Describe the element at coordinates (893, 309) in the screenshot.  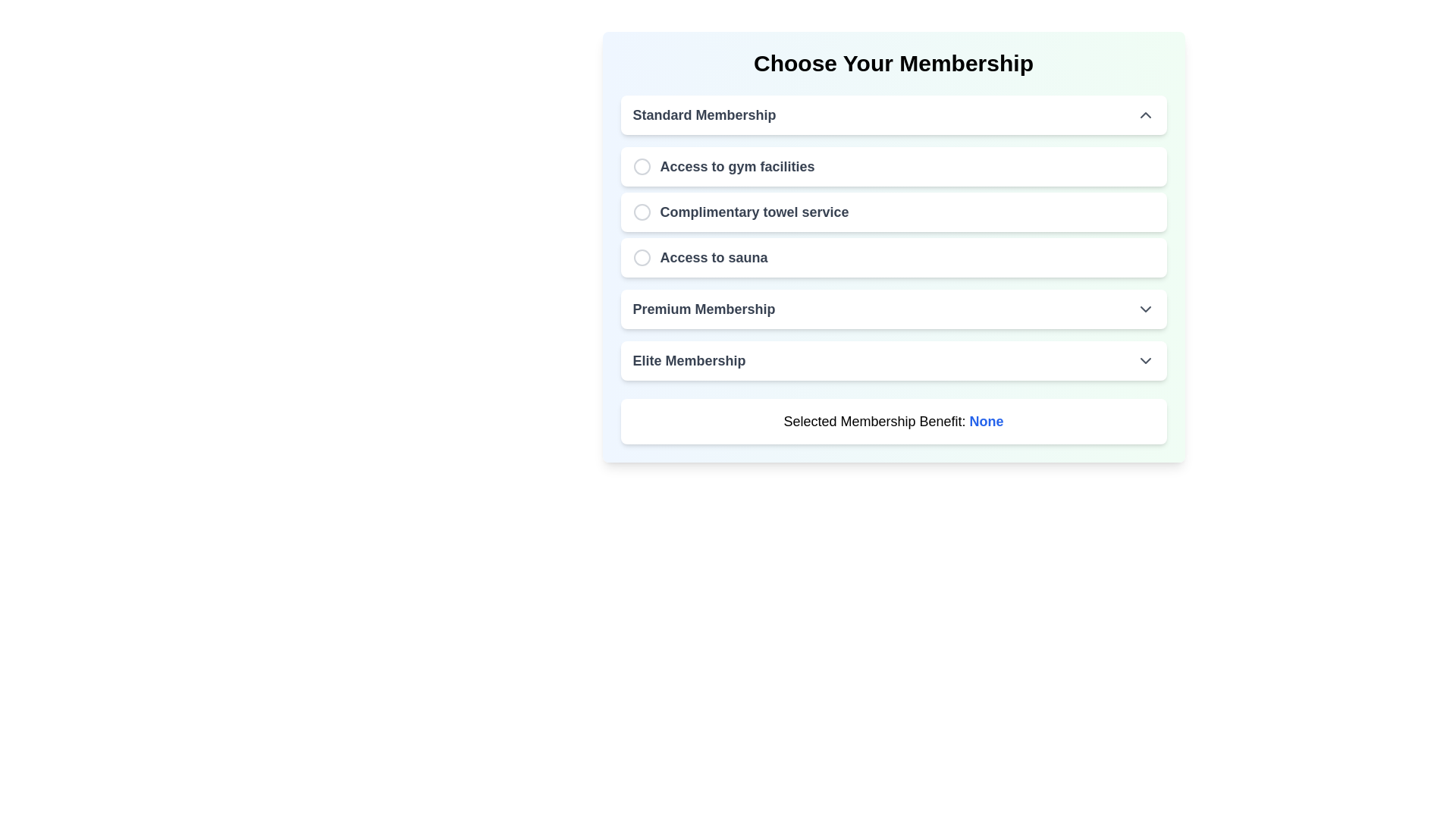
I see `the 'Premium Membership' button-like interactive list item` at that location.